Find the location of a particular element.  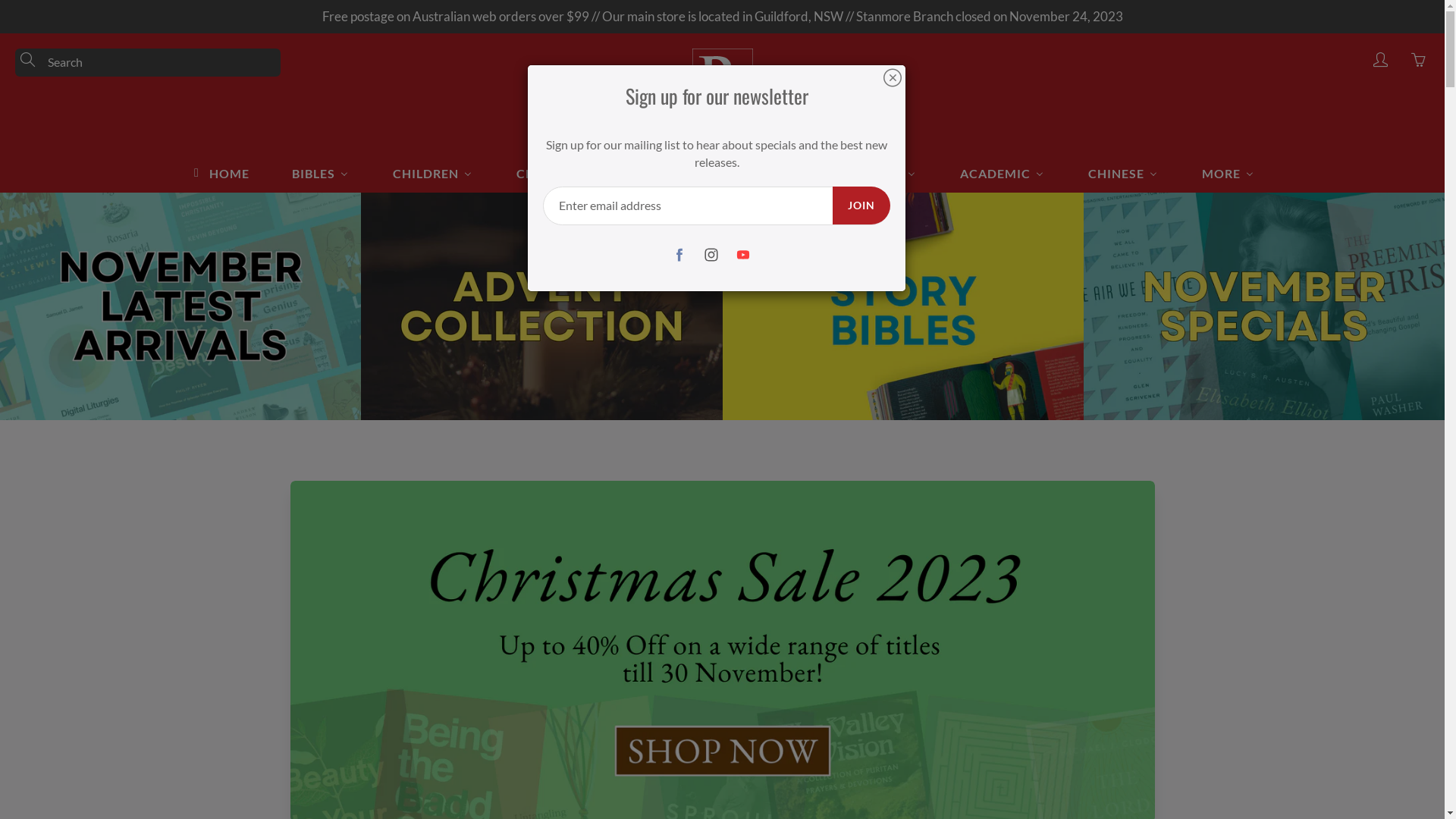

'HOME' is located at coordinates (218, 171).